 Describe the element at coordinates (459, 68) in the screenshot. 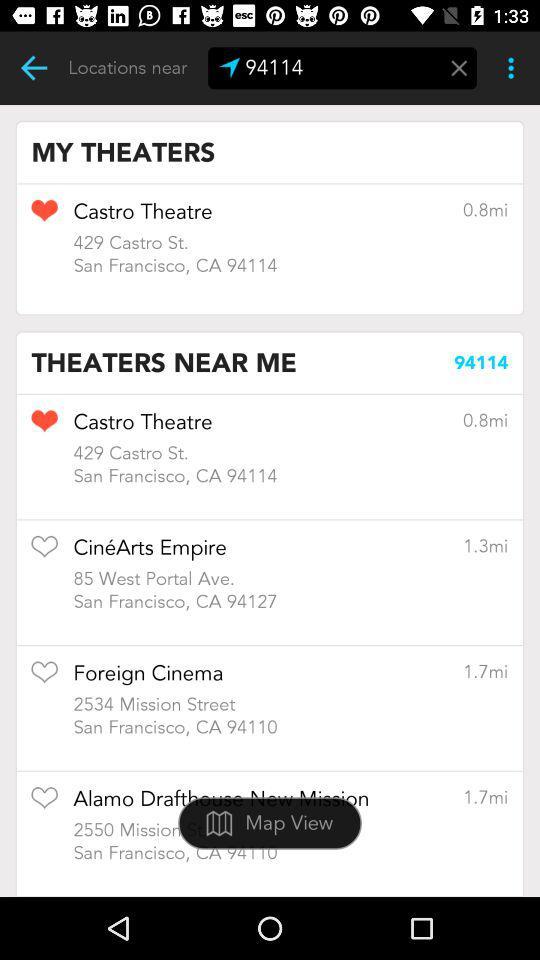

I see `menu page` at that location.